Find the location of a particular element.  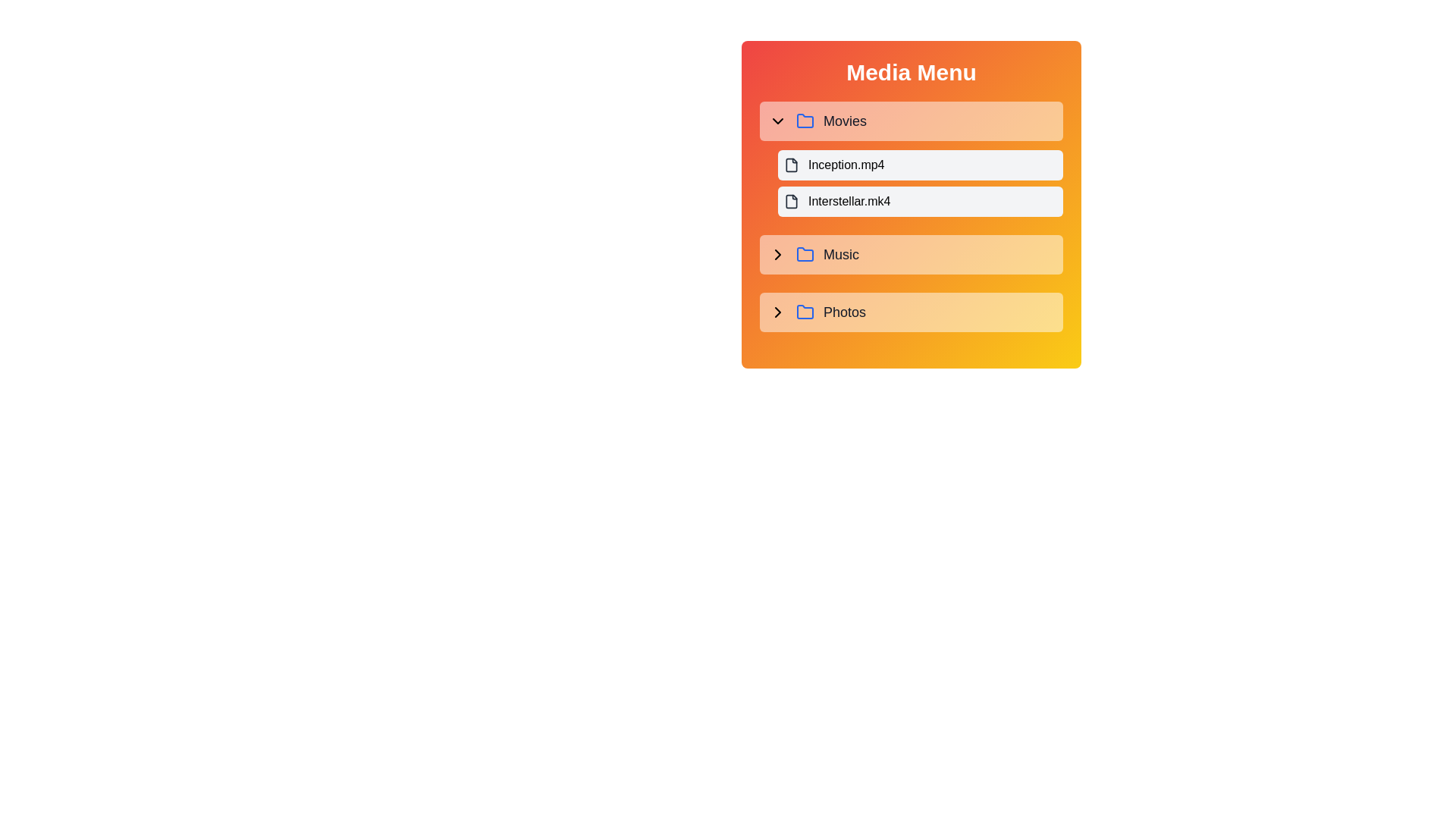

the SVG icon representing the file item for 'Inception.mp4' in the 'Movies' section of the Media Menu is located at coordinates (790, 165).